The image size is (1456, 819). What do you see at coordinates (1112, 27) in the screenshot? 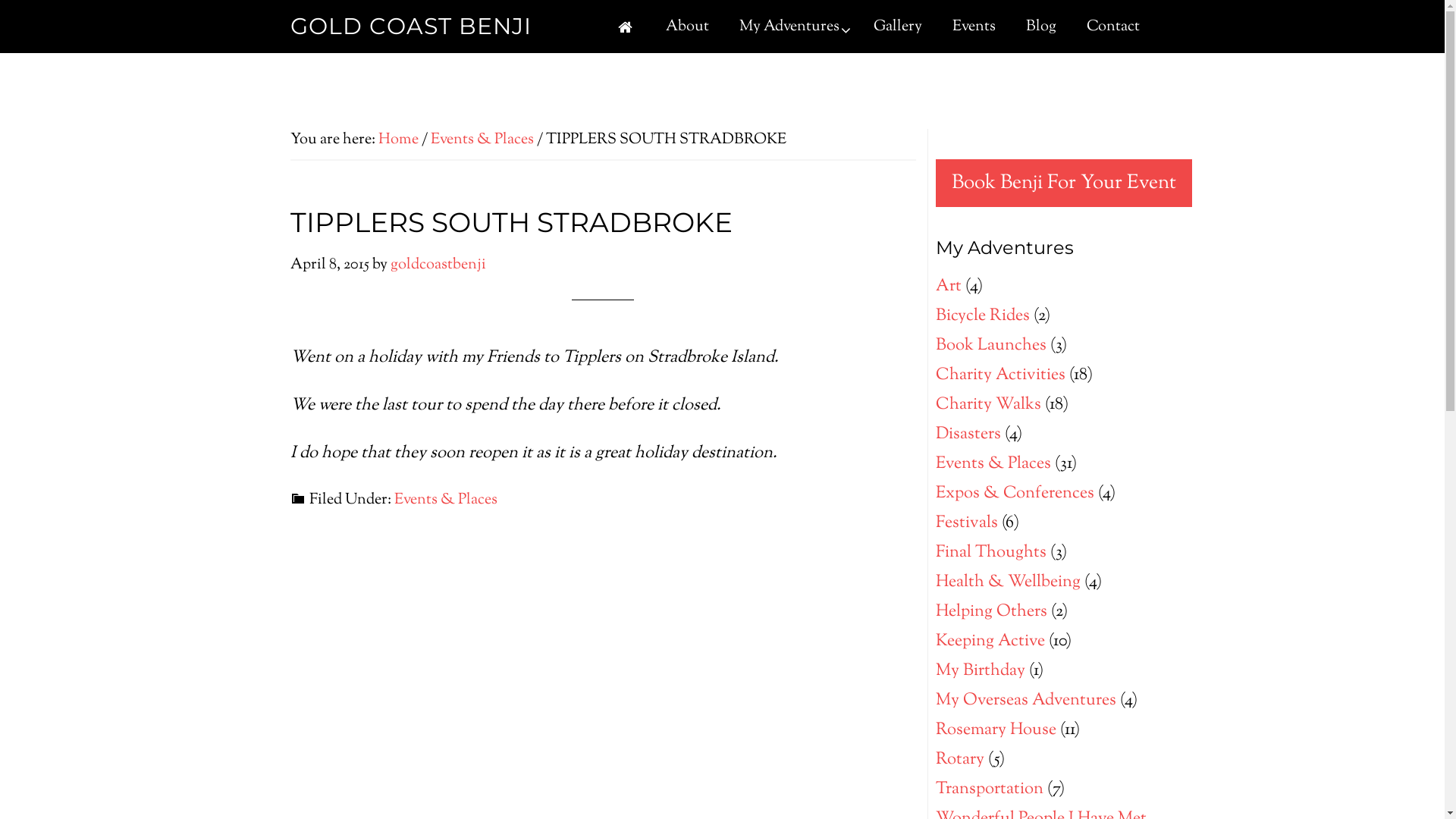
I see `'Contact'` at bounding box center [1112, 27].